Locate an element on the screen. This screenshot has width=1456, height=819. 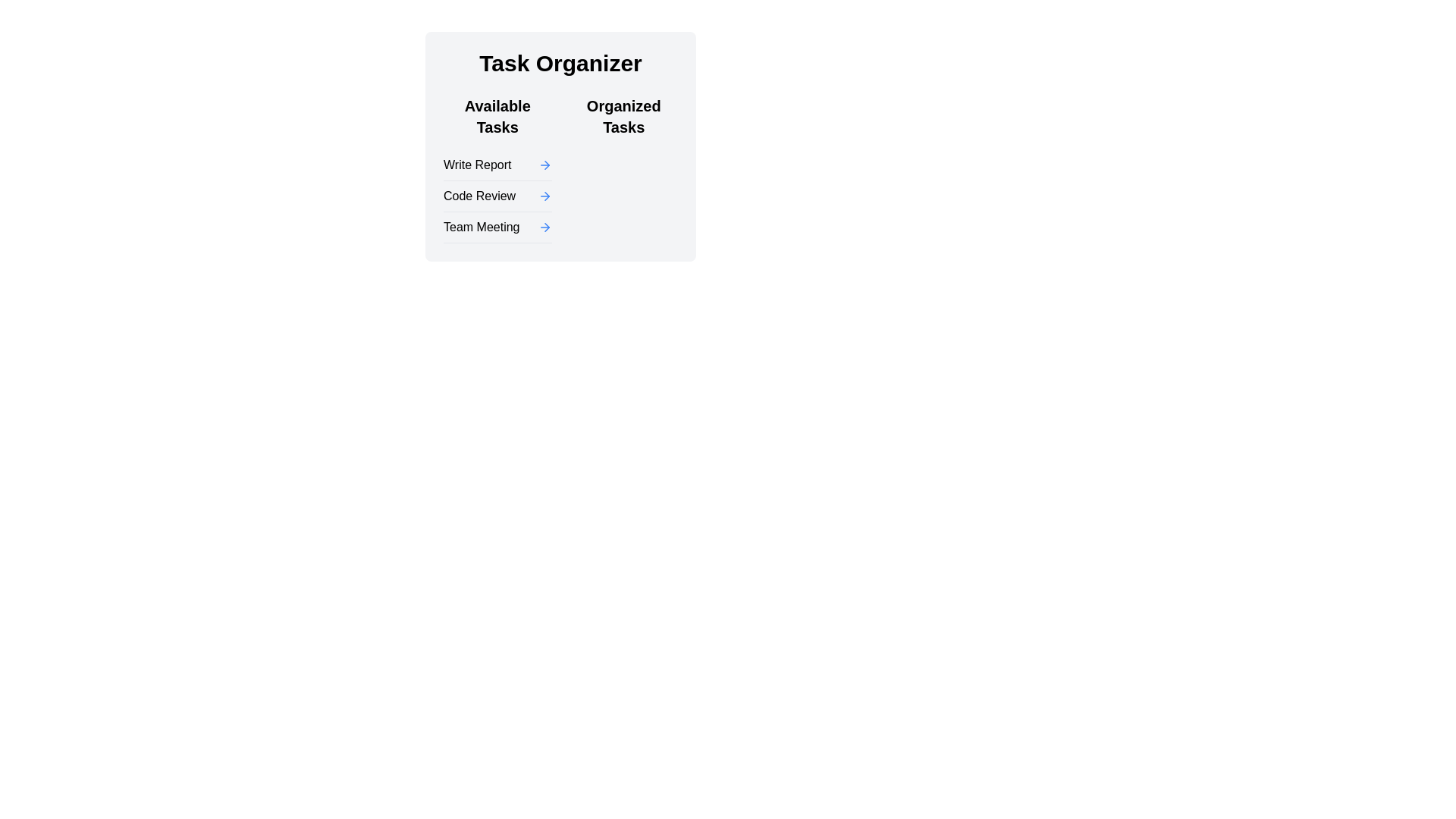
text content of the Text Label displaying 'Organized Tasks', which is styled in bold and larger font, located in the upper-right region of the layout is located at coordinates (623, 116).